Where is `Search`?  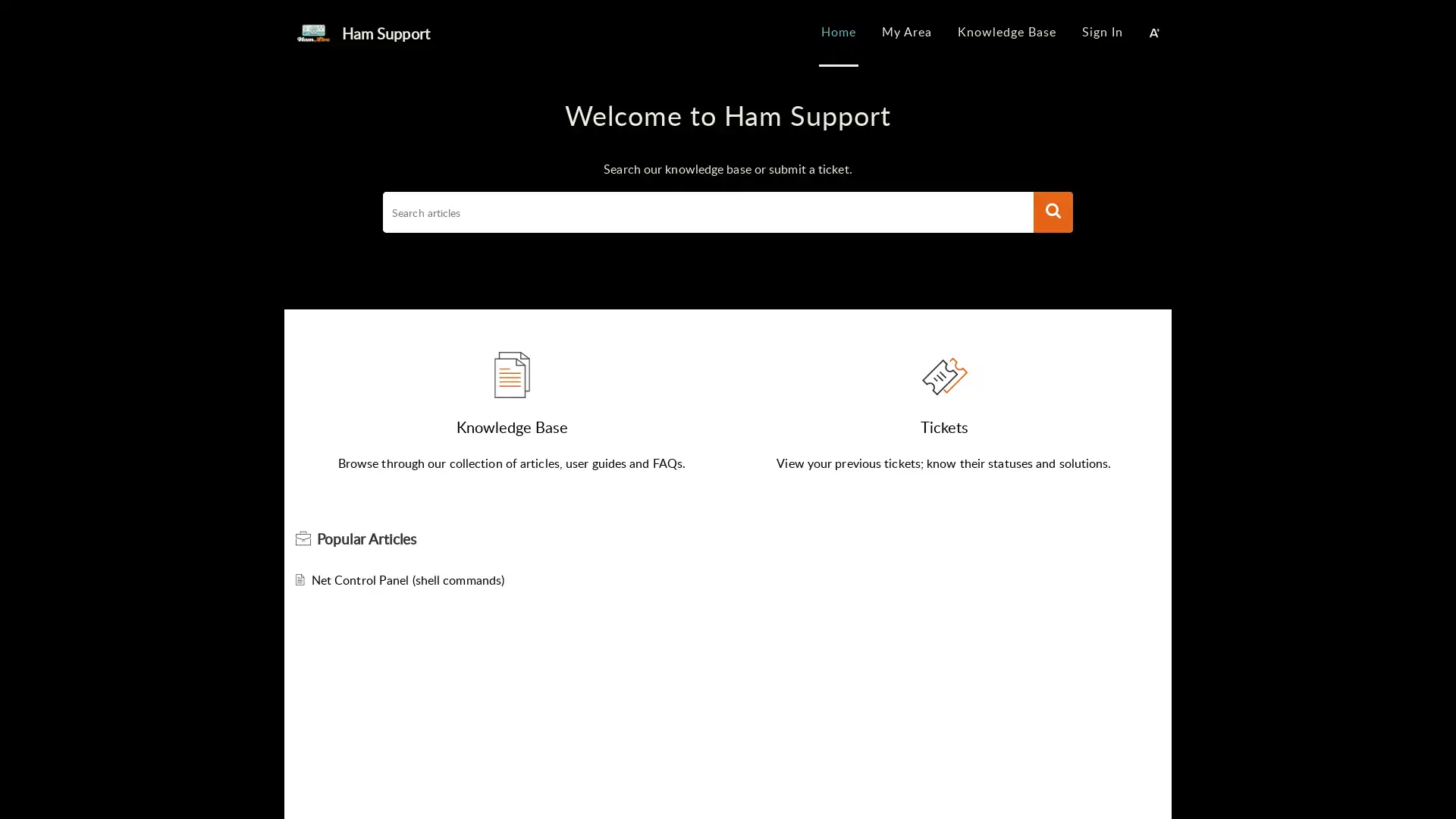 Search is located at coordinates (1052, 212).